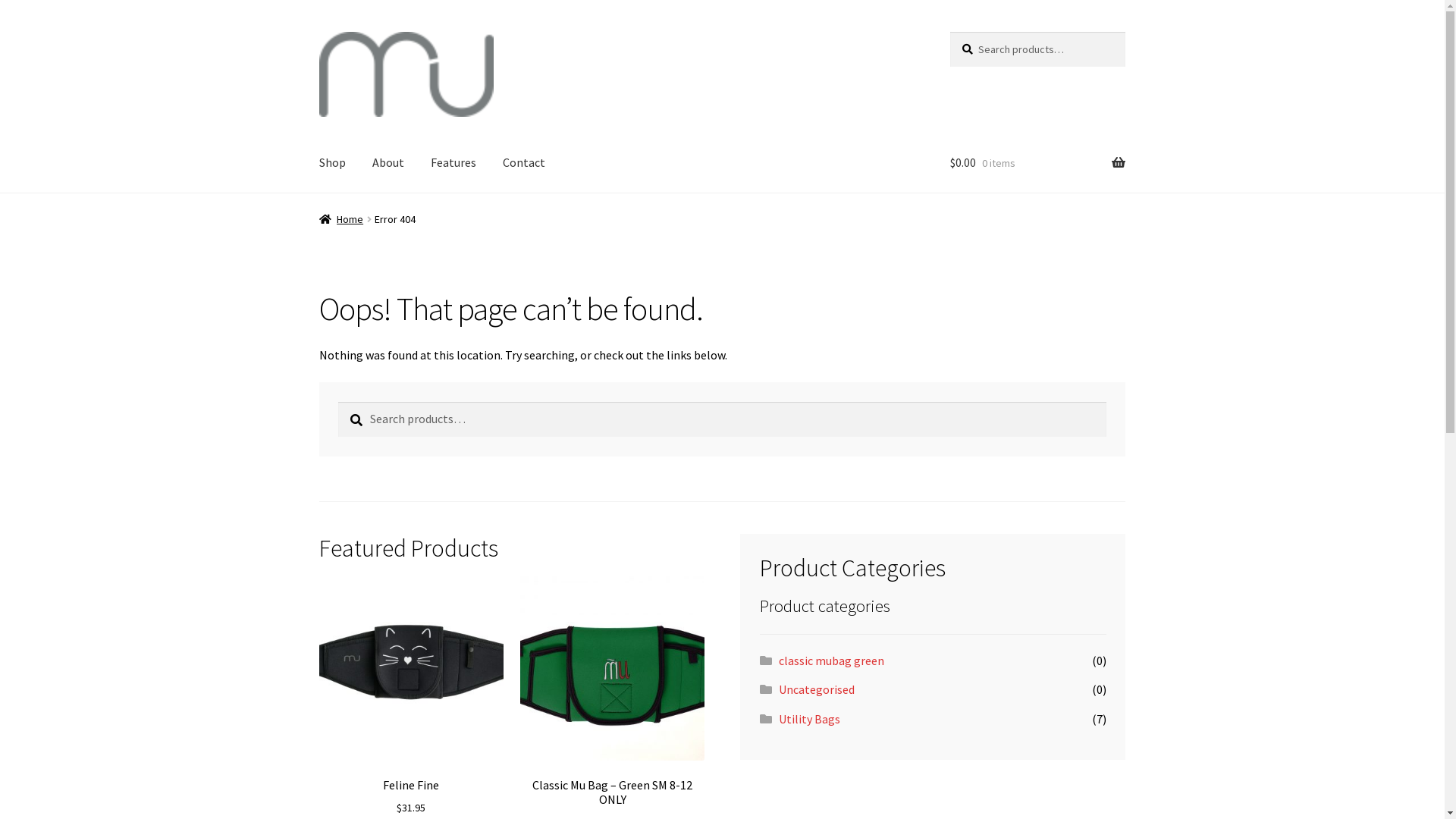 This screenshot has height=819, width=1456. I want to click on 'classic mubag green', so click(830, 660).